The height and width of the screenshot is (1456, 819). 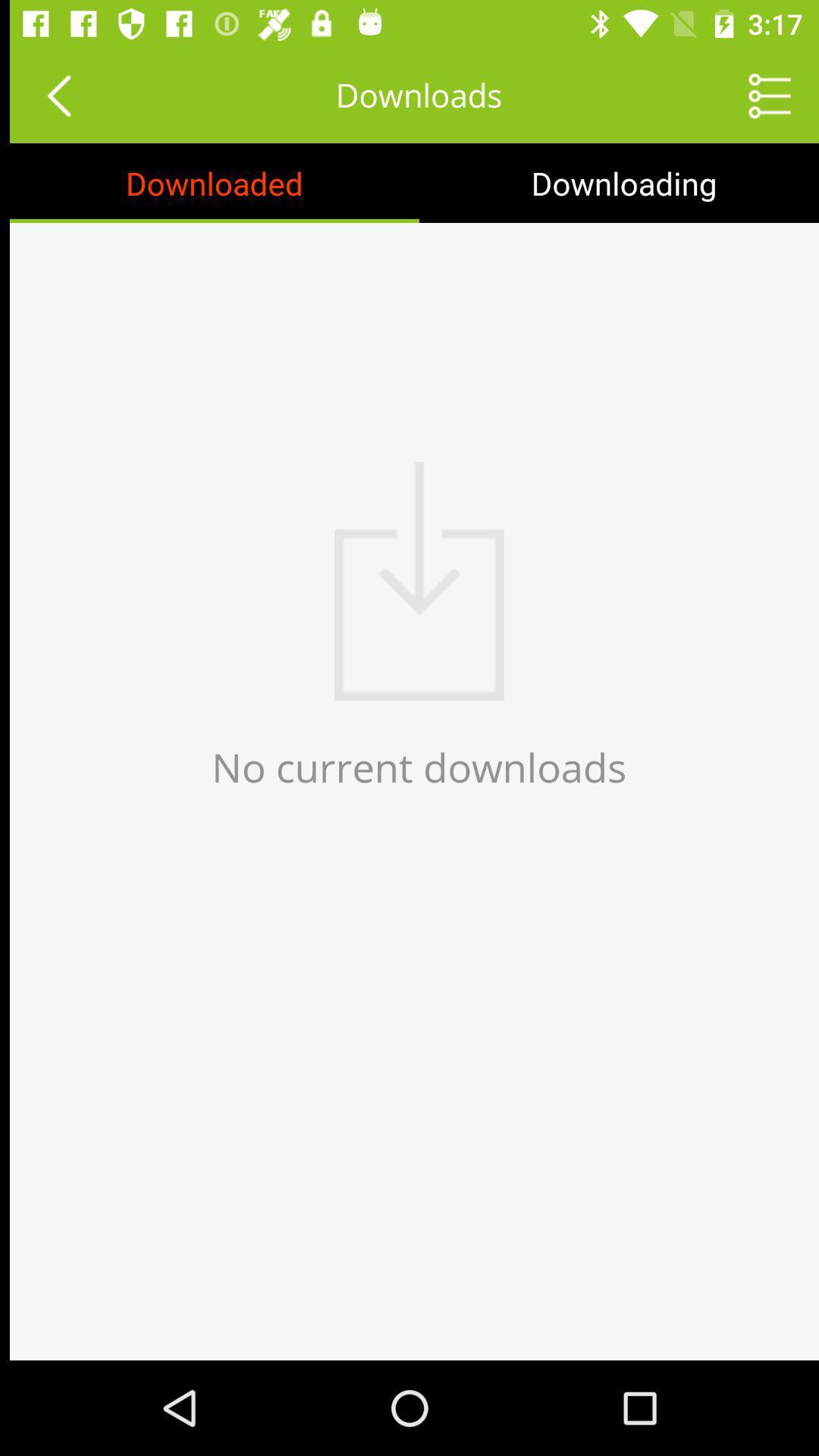 What do you see at coordinates (48, 94) in the screenshot?
I see `previous` at bounding box center [48, 94].